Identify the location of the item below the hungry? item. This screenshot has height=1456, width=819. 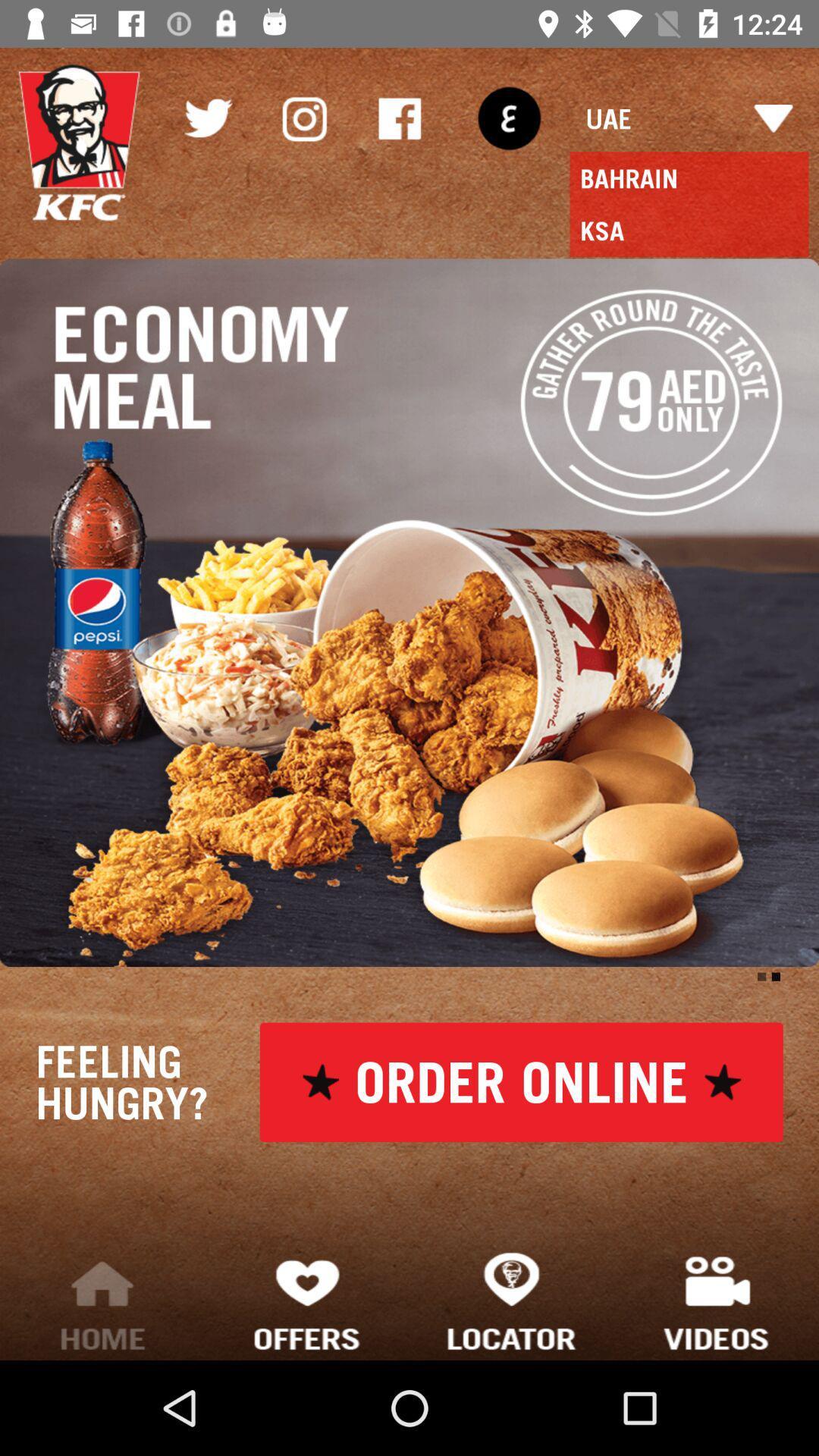
(102, 1300).